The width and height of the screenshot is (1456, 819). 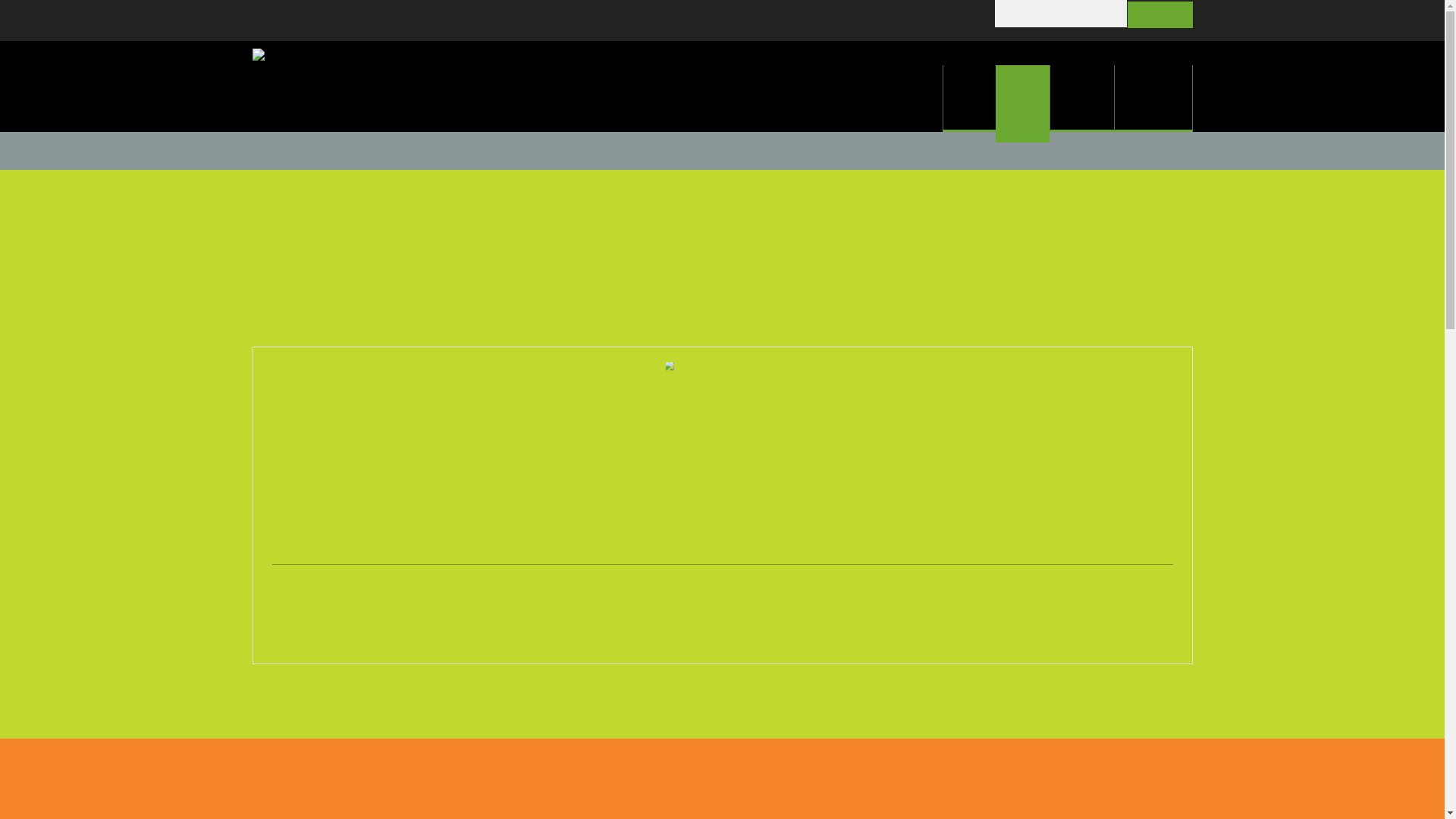 I want to click on 'Home', so click(x=968, y=99).